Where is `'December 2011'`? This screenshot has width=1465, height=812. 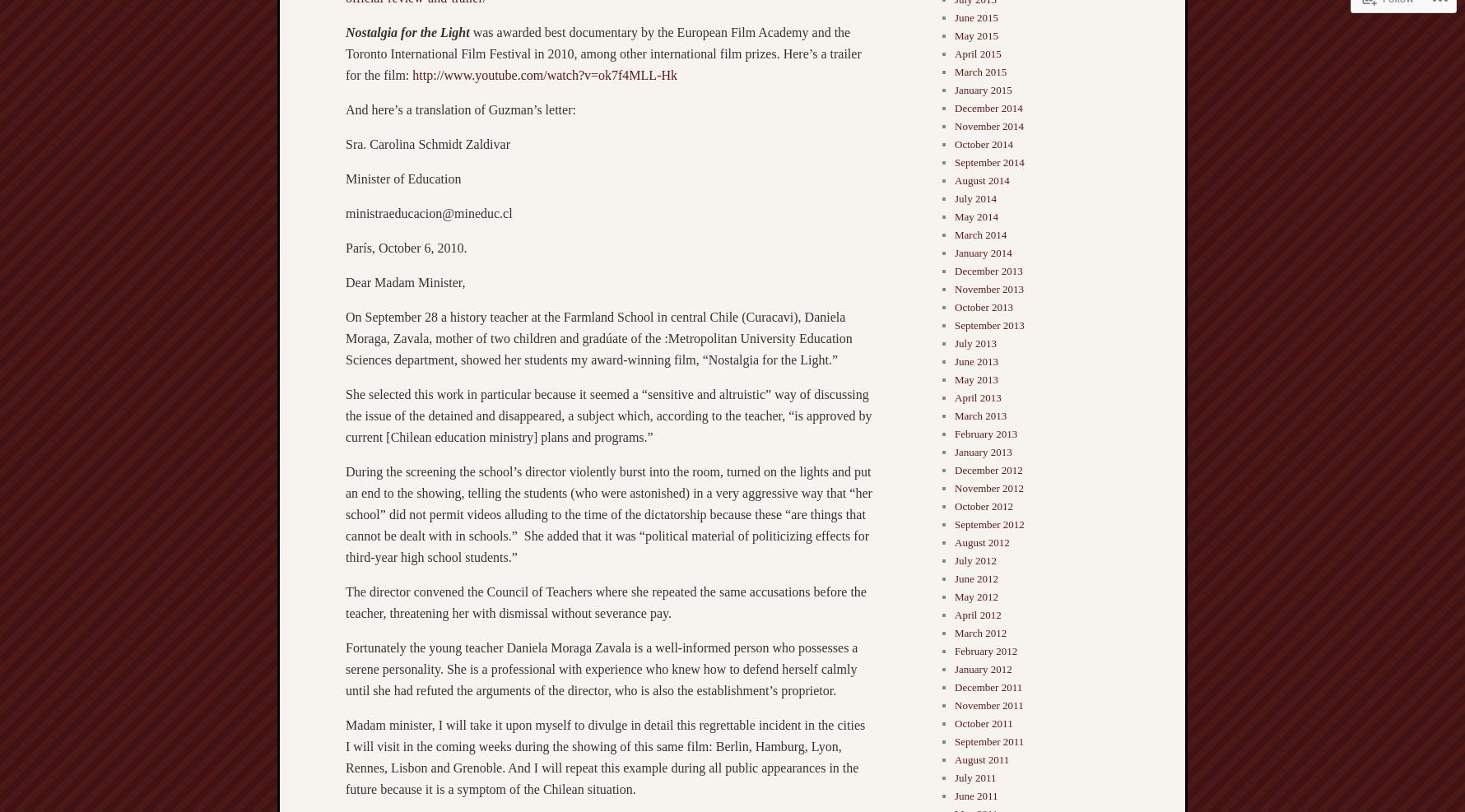 'December 2011' is located at coordinates (988, 686).